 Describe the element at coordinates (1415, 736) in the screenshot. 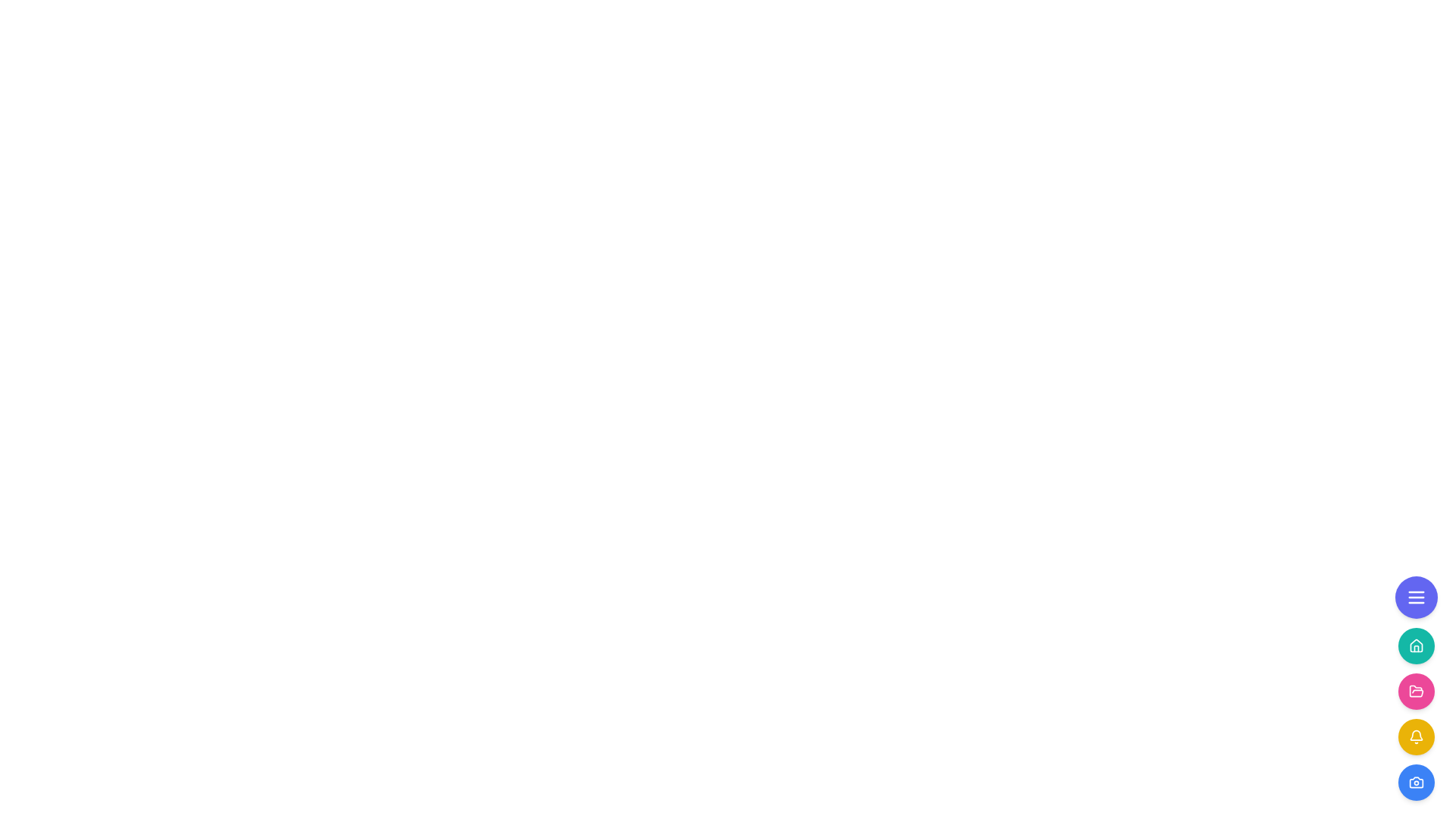

I see `the fourth circular button from the top in a vertical stack of buttons located in the bottom right corner of the interface` at that location.